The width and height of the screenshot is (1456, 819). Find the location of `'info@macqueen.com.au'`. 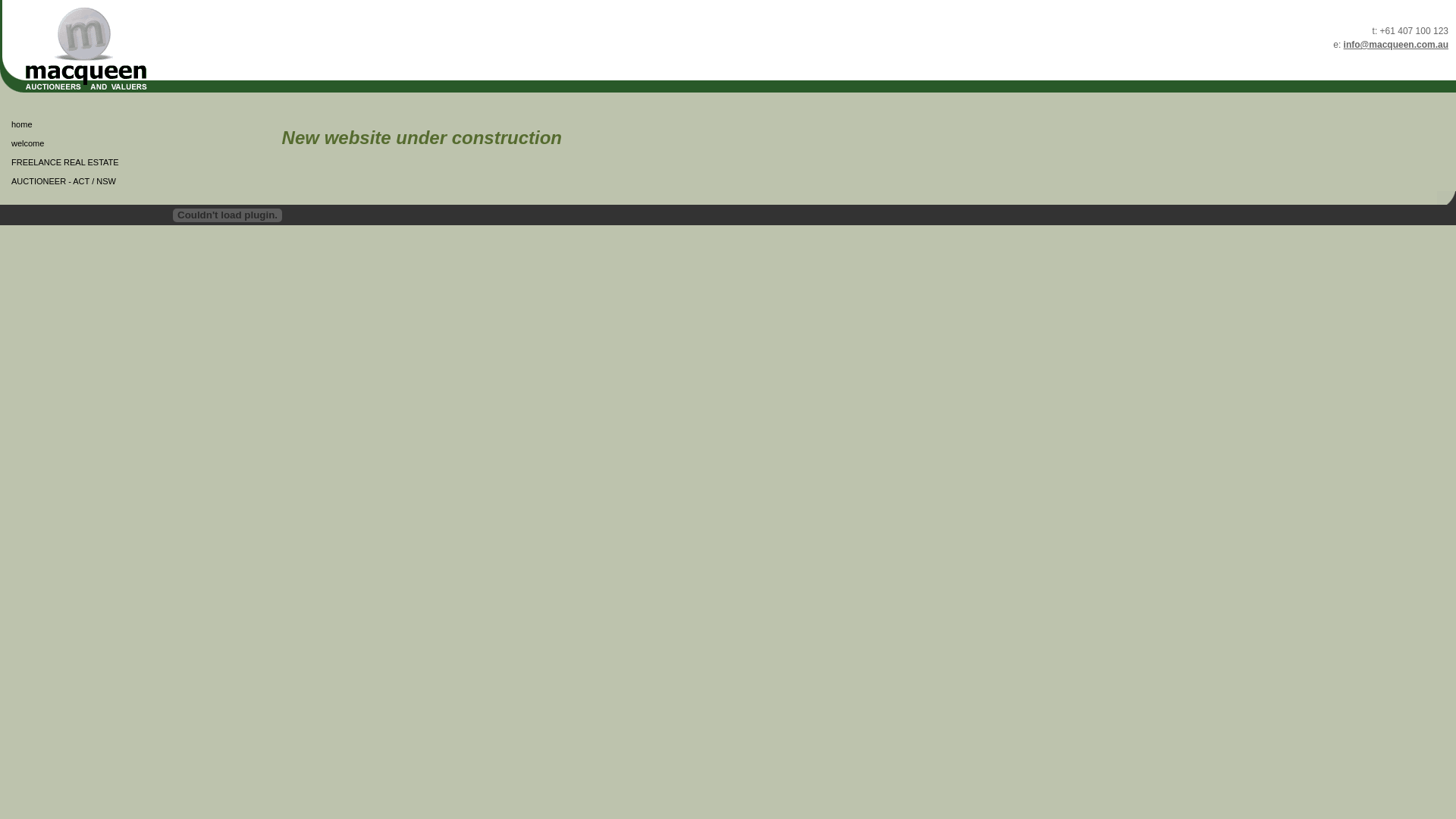

'info@macqueen.com.au' is located at coordinates (1395, 43).